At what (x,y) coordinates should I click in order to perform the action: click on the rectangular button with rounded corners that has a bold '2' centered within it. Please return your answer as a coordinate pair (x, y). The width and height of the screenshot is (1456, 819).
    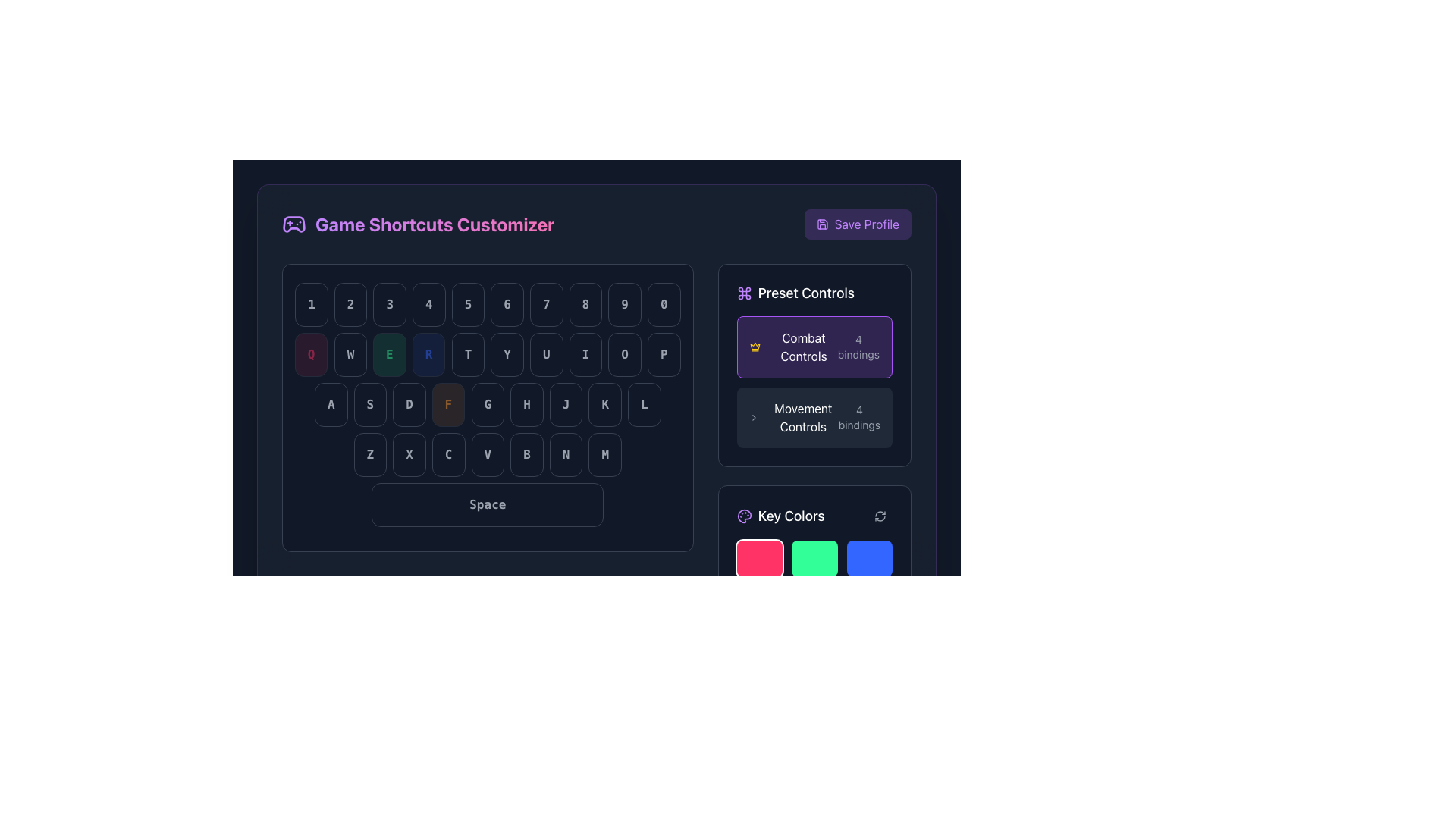
    Looking at the image, I should click on (350, 304).